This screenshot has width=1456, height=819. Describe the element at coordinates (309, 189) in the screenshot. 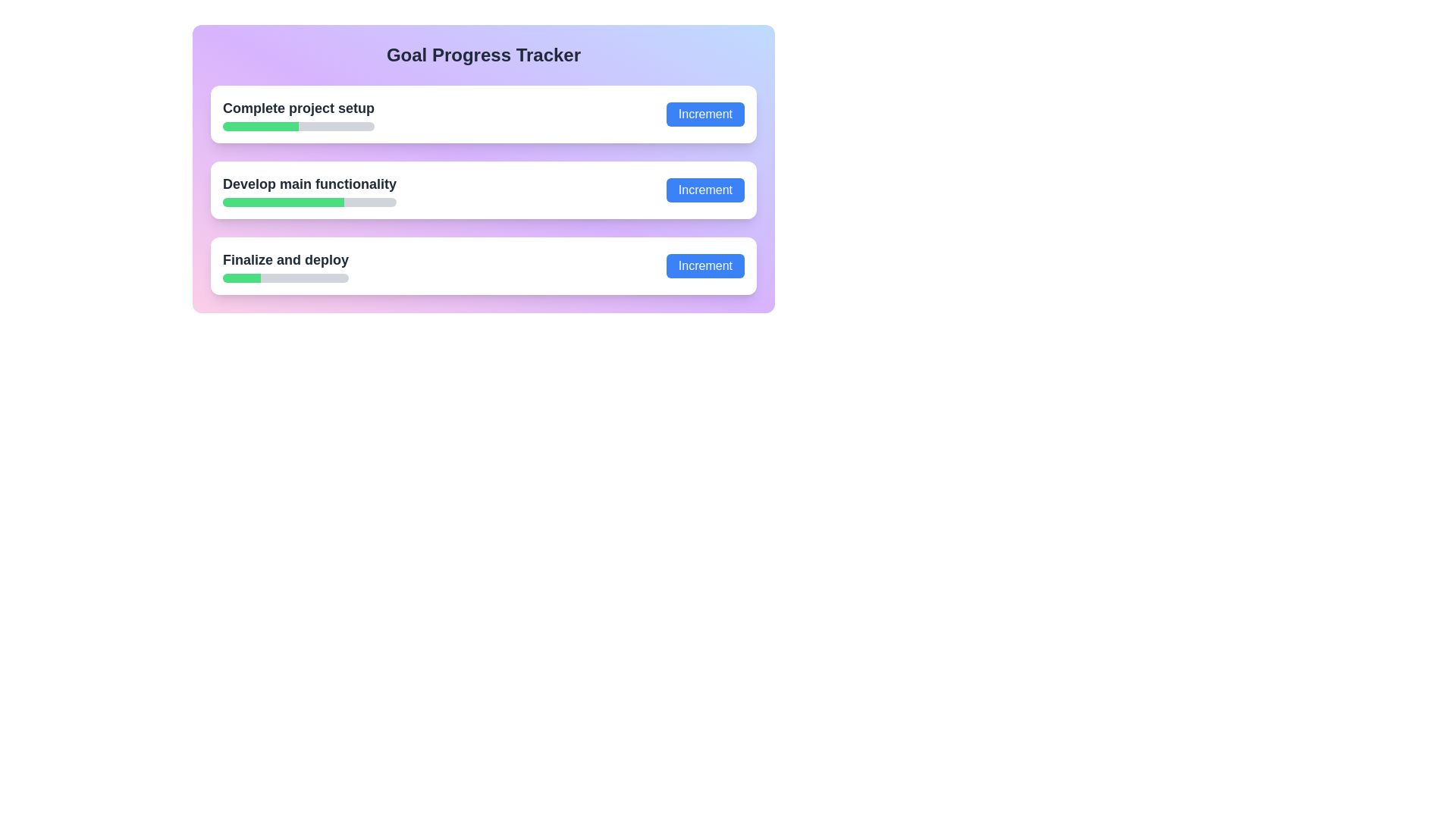

I see `the title of the progress tracker task item located in the second entry of a vertically aligned list within its card, which is positioned below 'Complete project setup' and above 'Finalize and deploy'` at that location.